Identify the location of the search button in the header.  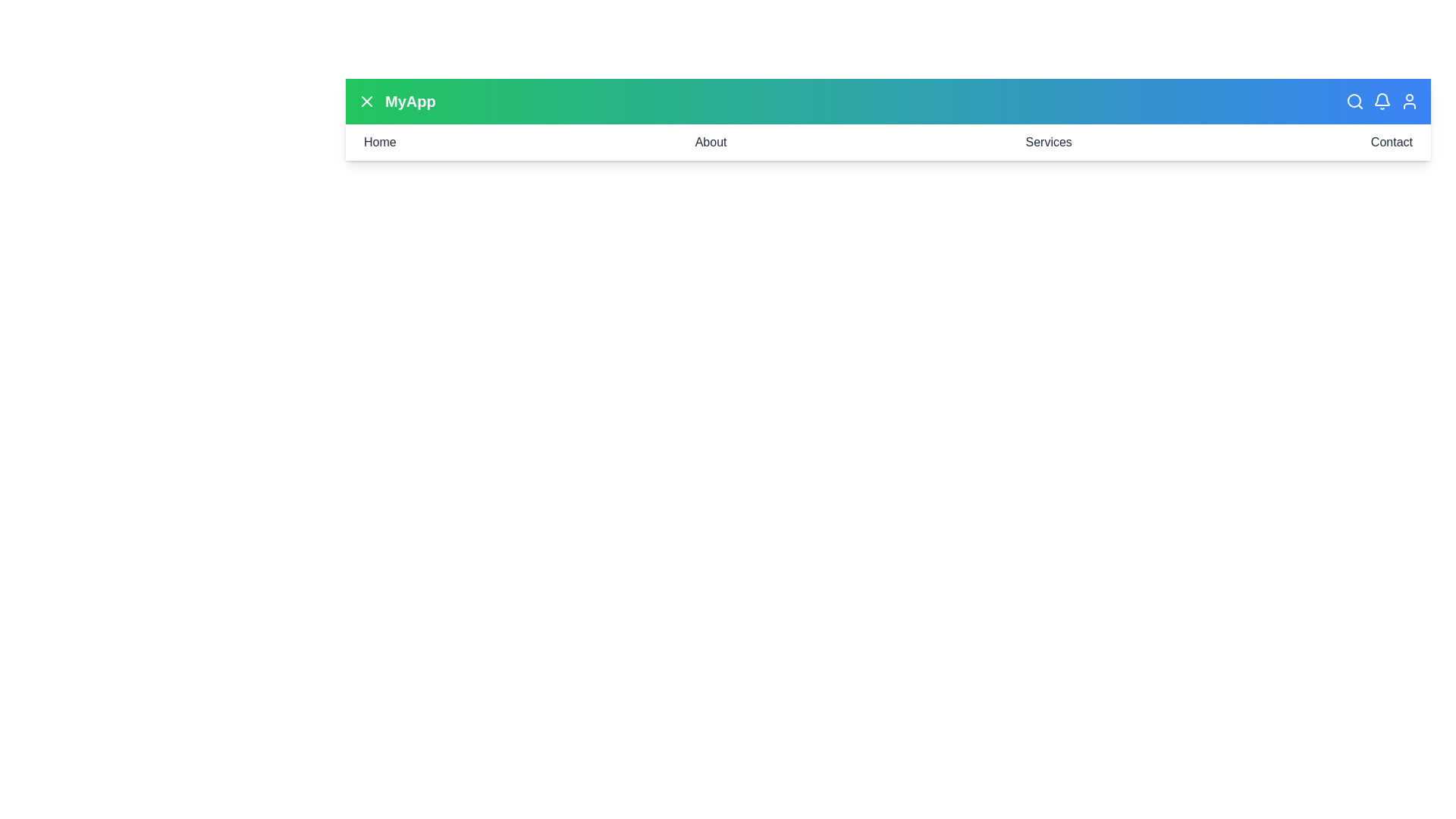
(1354, 102).